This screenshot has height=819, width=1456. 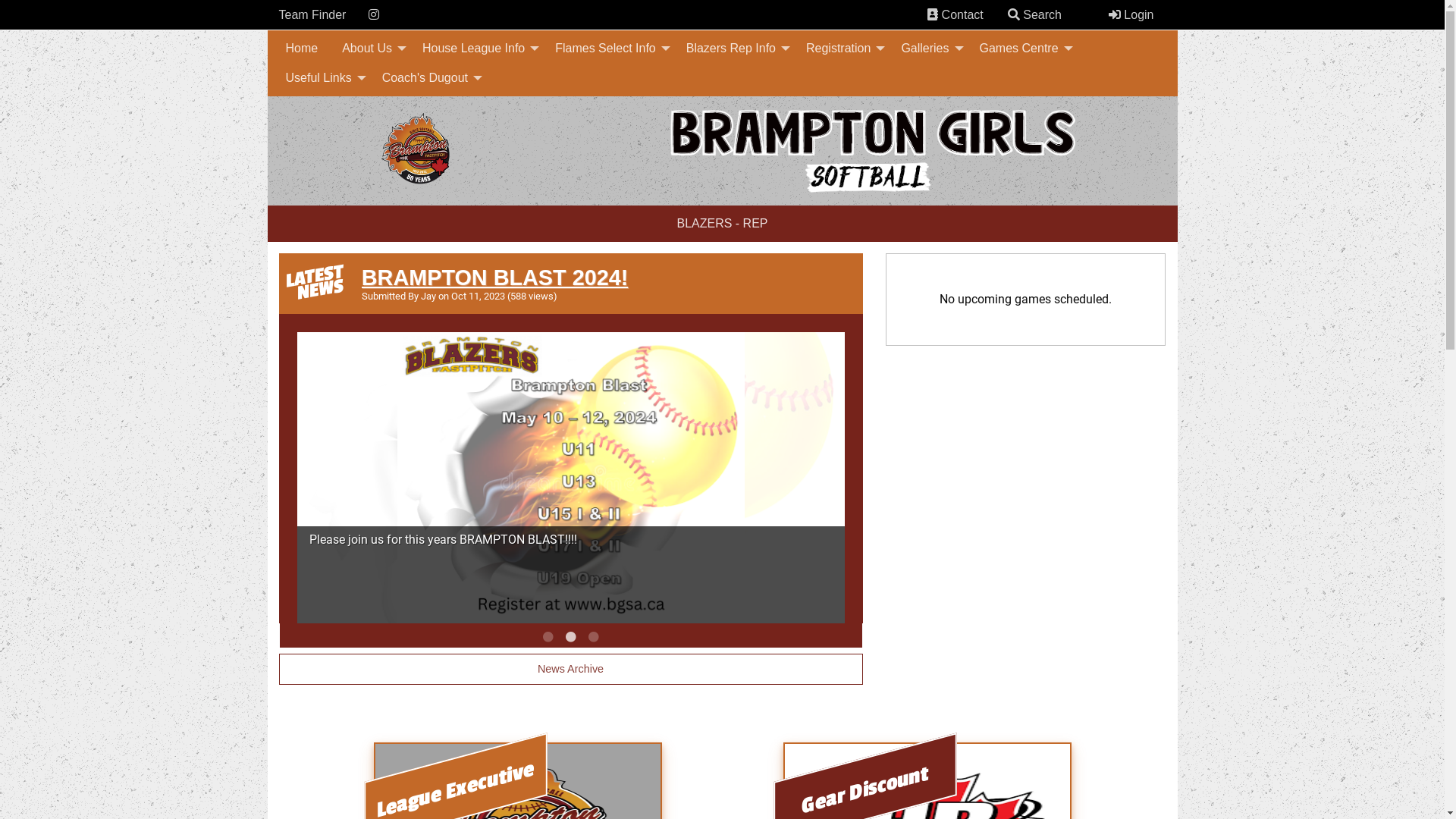 I want to click on ' Contact', so click(x=954, y=14).